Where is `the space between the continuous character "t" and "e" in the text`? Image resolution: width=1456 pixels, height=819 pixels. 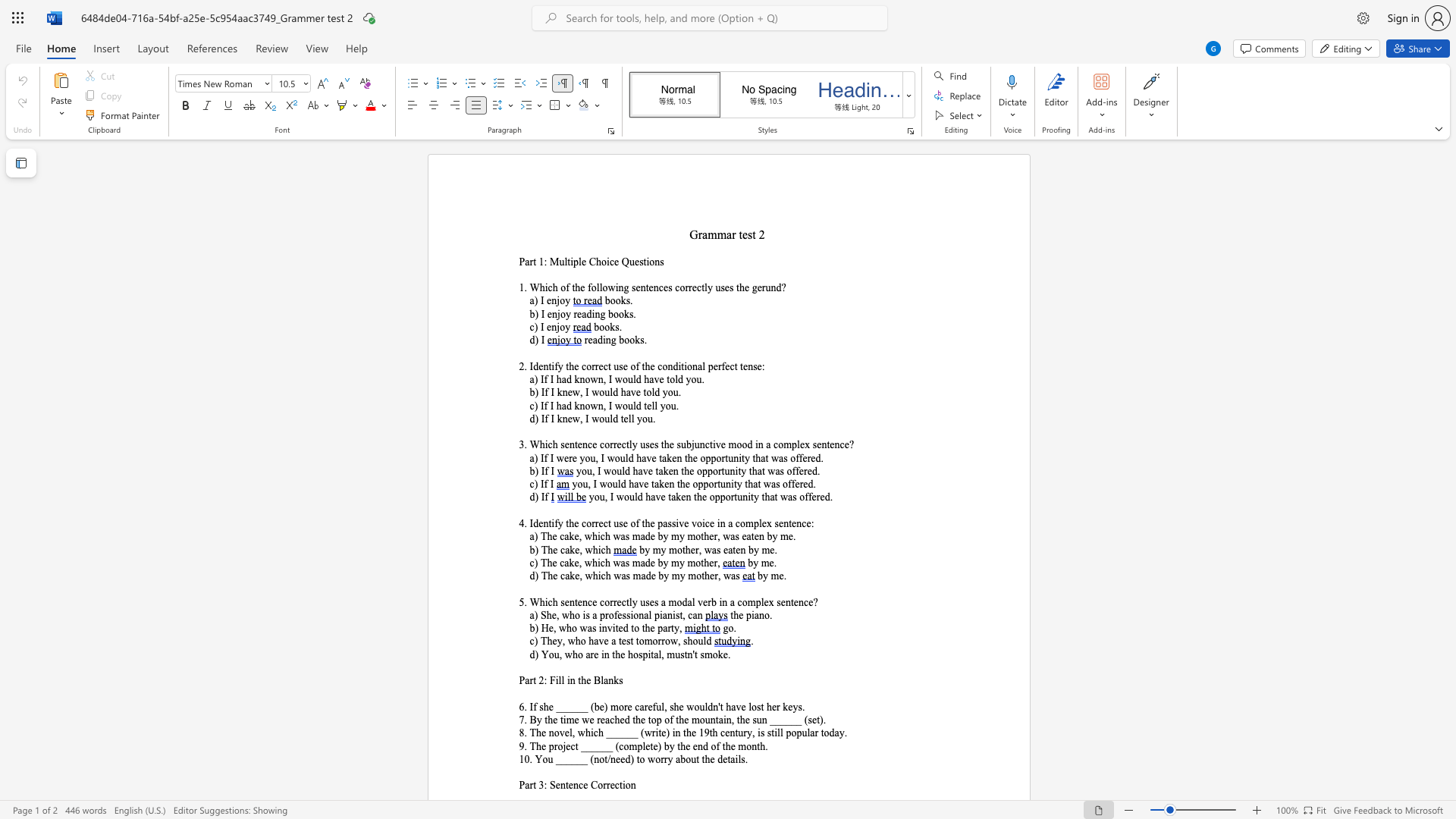
the space between the continuous character "t" and "e" in the text is located at coordinates (622, 641).